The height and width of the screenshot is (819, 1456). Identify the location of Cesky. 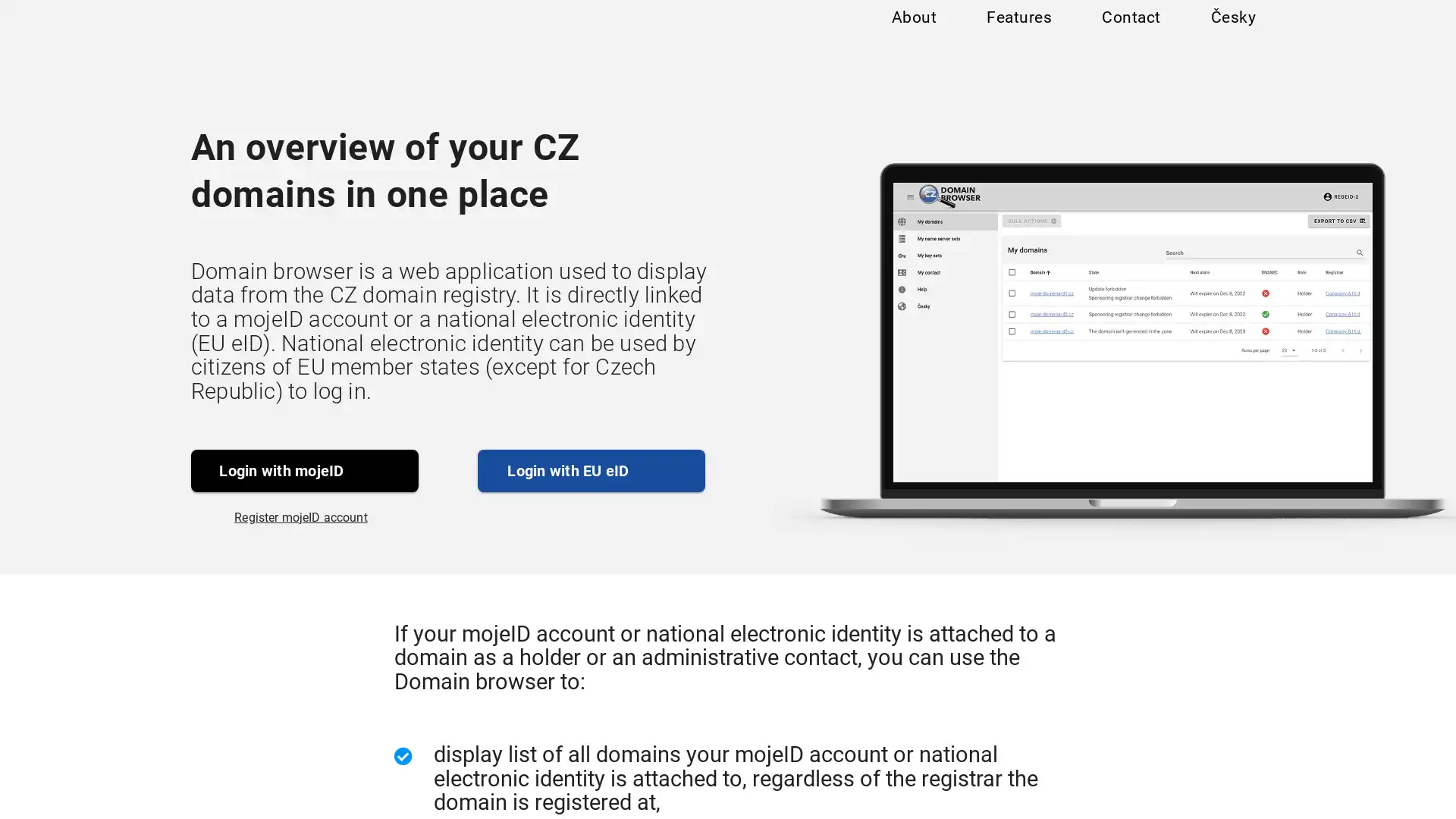
(1232, 32).